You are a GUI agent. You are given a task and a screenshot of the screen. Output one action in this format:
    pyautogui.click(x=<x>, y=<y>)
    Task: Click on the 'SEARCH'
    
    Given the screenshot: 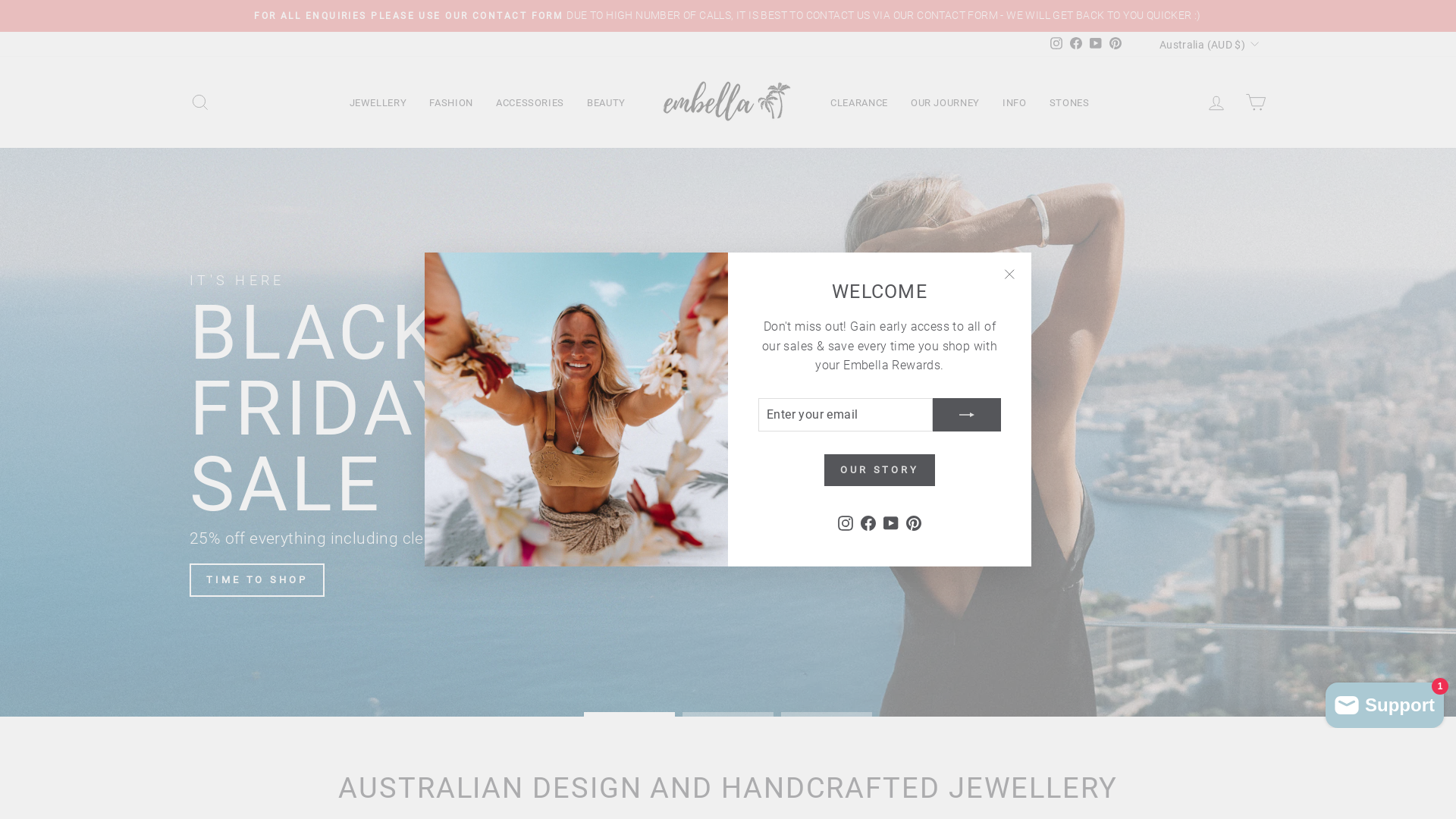 What is the action you would take?
    pyautogui.click(x=199, y=102)
    